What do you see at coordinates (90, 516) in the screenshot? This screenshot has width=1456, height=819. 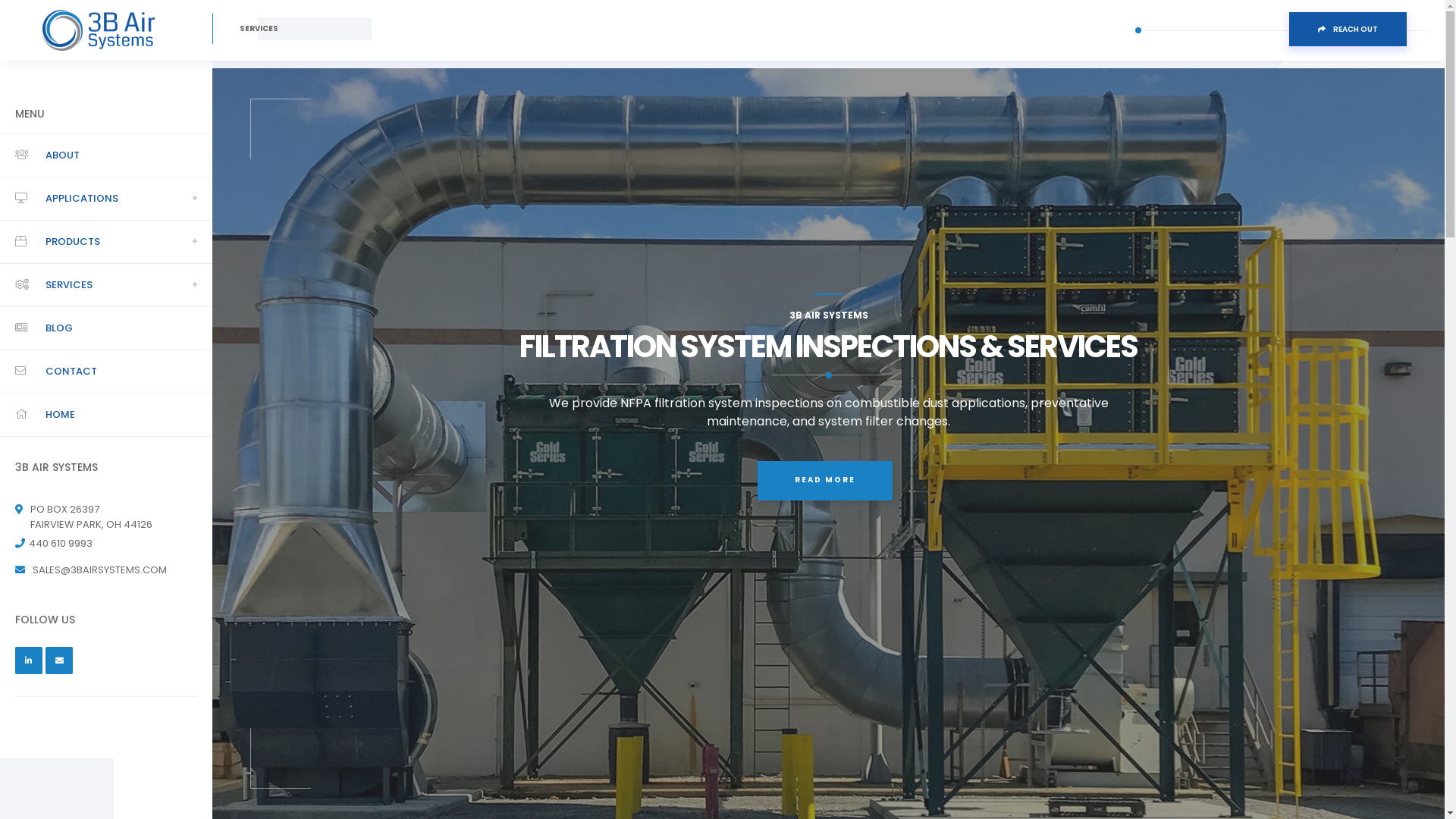 I see `'PO BOX 26397` at bounding box center [90, 516].